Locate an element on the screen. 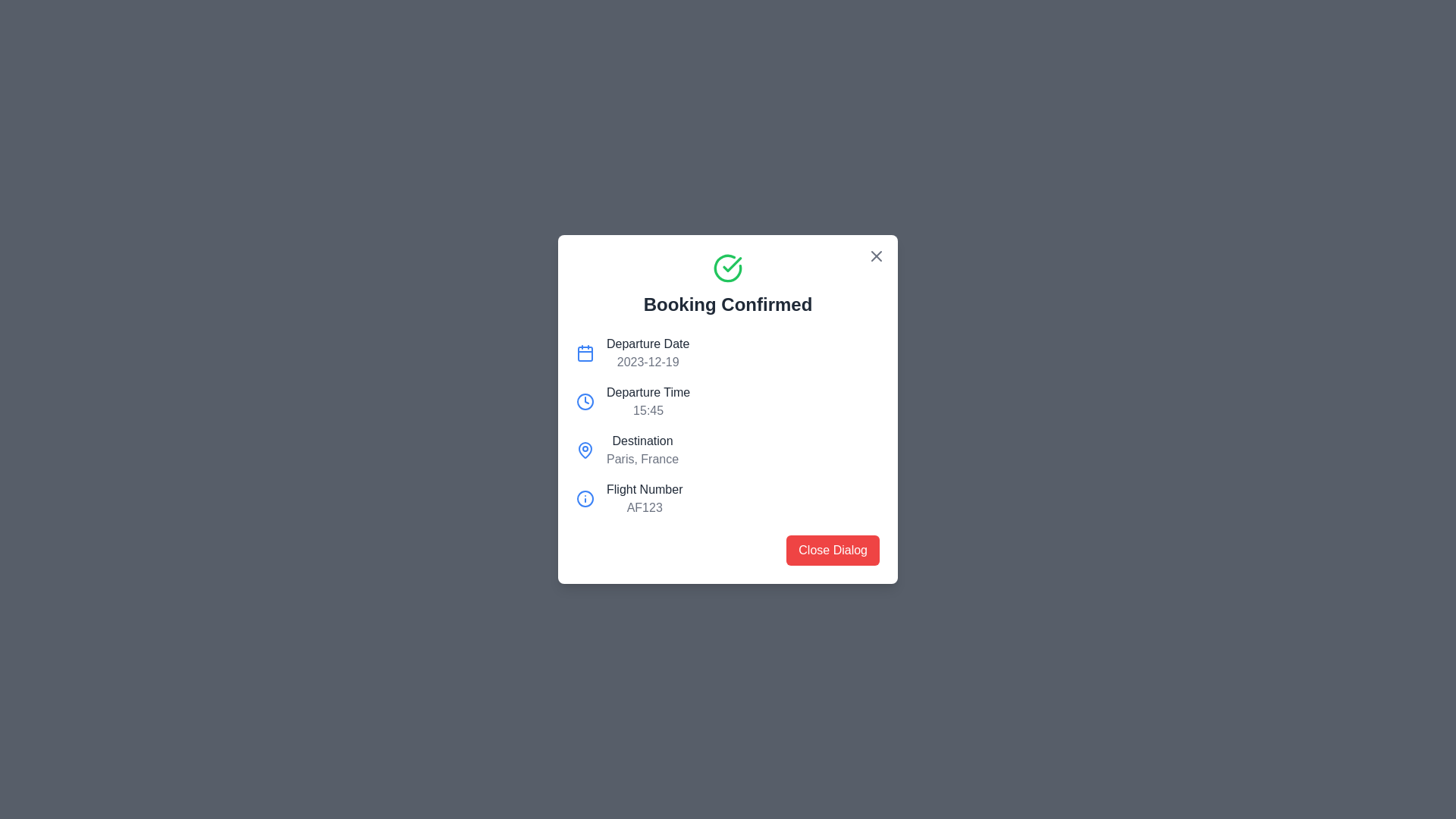 The width and height of the screenshot is (1456, 819). the 'Flight Number' text label, which is styled in a medium weight sans-serif font and is positioned above the flight number detail 'AF123' in a centered modal dialog is located at coordinates (645, 489).